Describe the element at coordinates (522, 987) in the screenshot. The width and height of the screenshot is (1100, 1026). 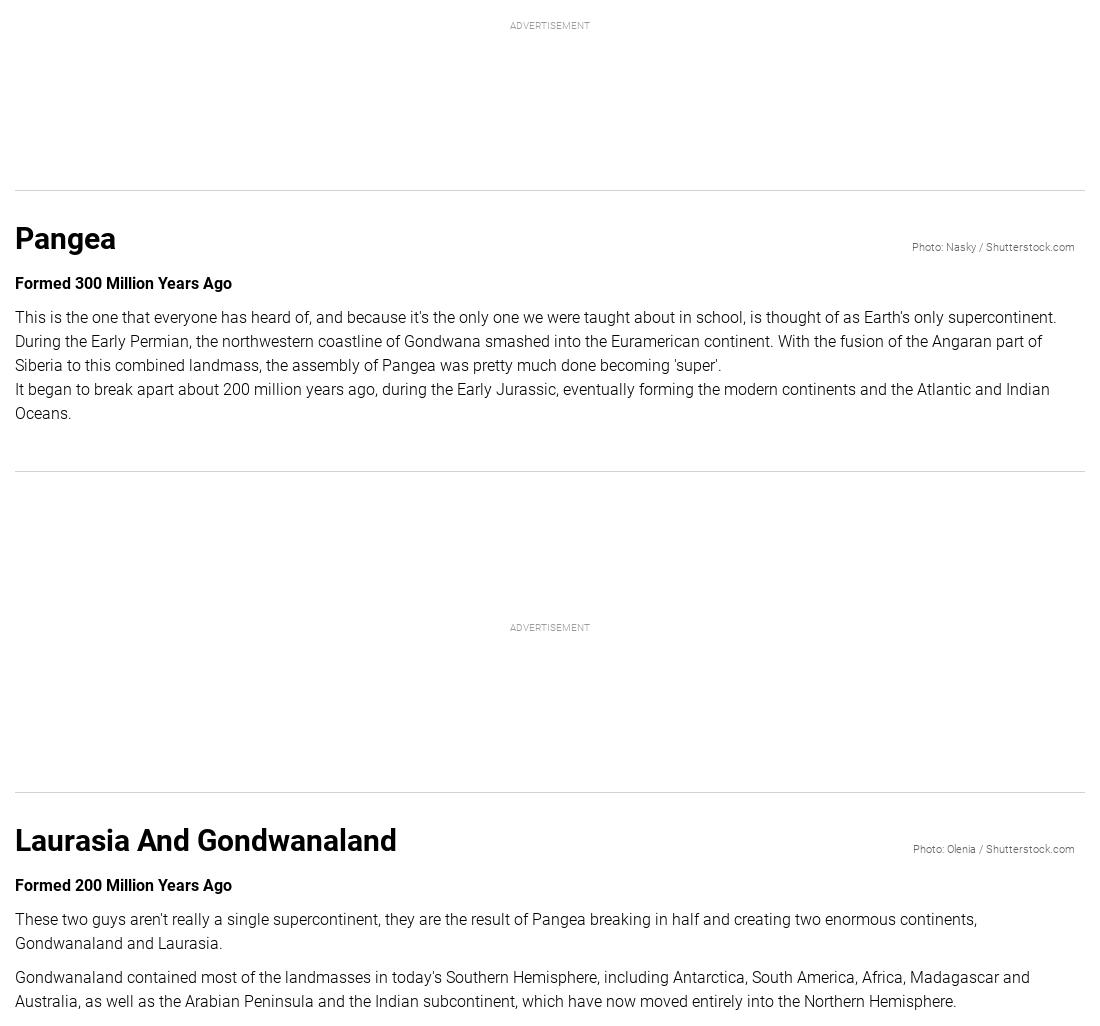
I see `'Gondwanaland contained most of the landmasses in today's Southern Hemisphere, including Antarctica, South America, Africa, Madagascar and Australia, as well as the Arabian Peninsula and the Indian subcontinent, which have now moved entirely into the Northern Hemisphere.'` at that location.